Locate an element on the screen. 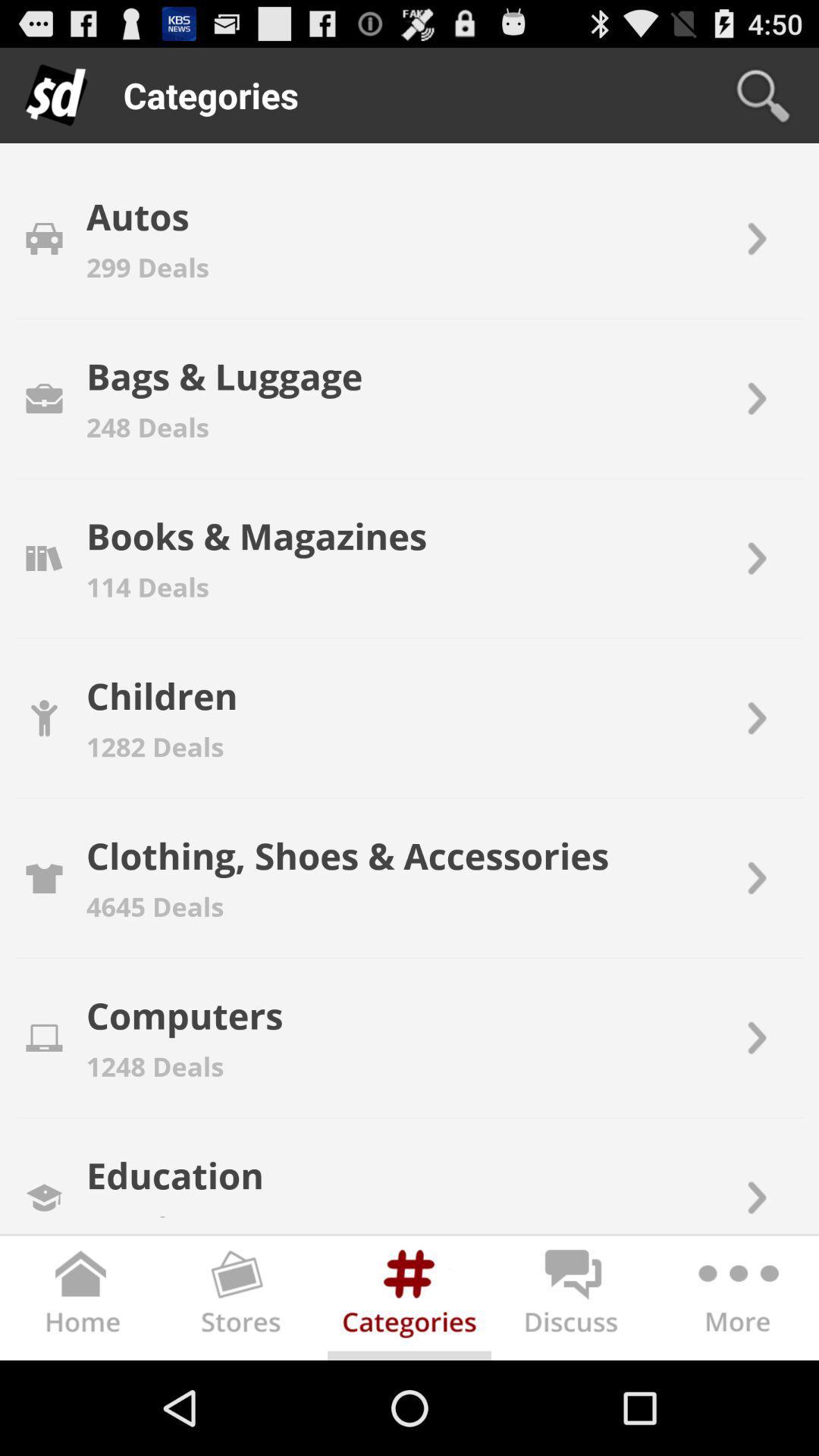 This screenshot has width=819, height=1456. go home is located at coordinates (82, 1301).